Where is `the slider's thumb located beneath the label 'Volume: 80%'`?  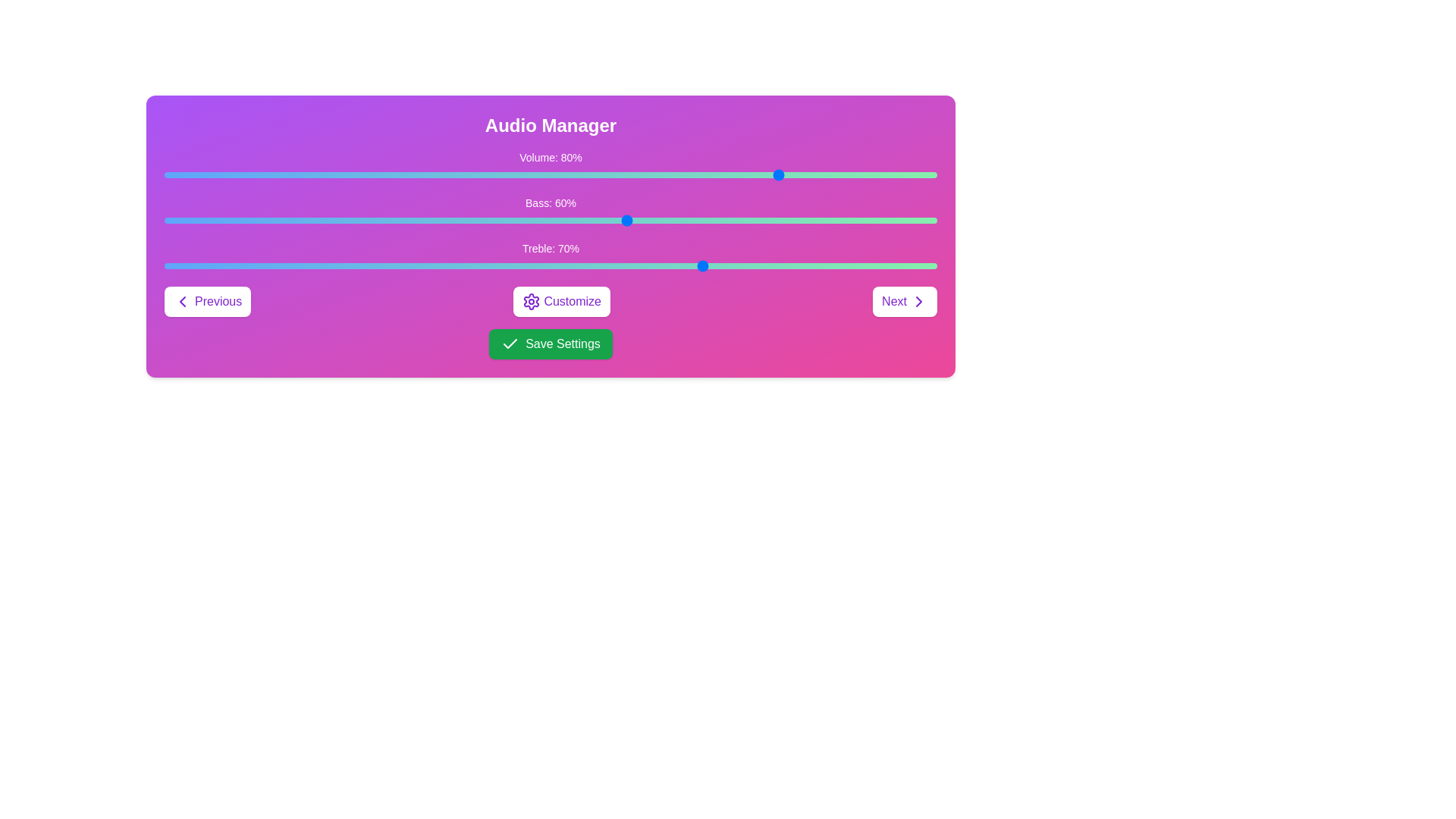 the slider's thumb located beneath the label 'Volume: 80%' is located at coordinates (550, 174).